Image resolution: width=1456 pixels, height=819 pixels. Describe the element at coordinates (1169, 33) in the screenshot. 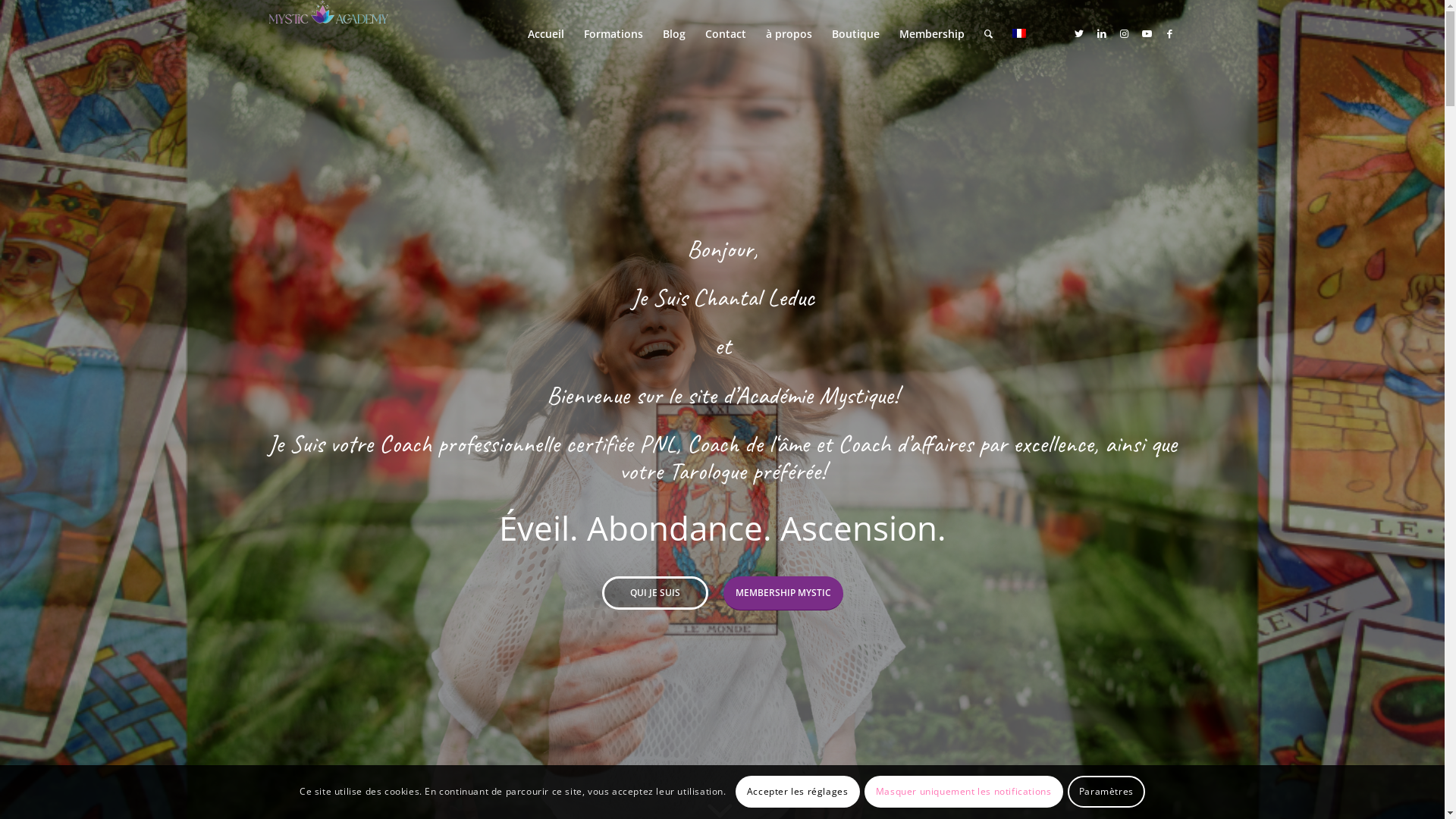

I see `'Facebook'` at that location.